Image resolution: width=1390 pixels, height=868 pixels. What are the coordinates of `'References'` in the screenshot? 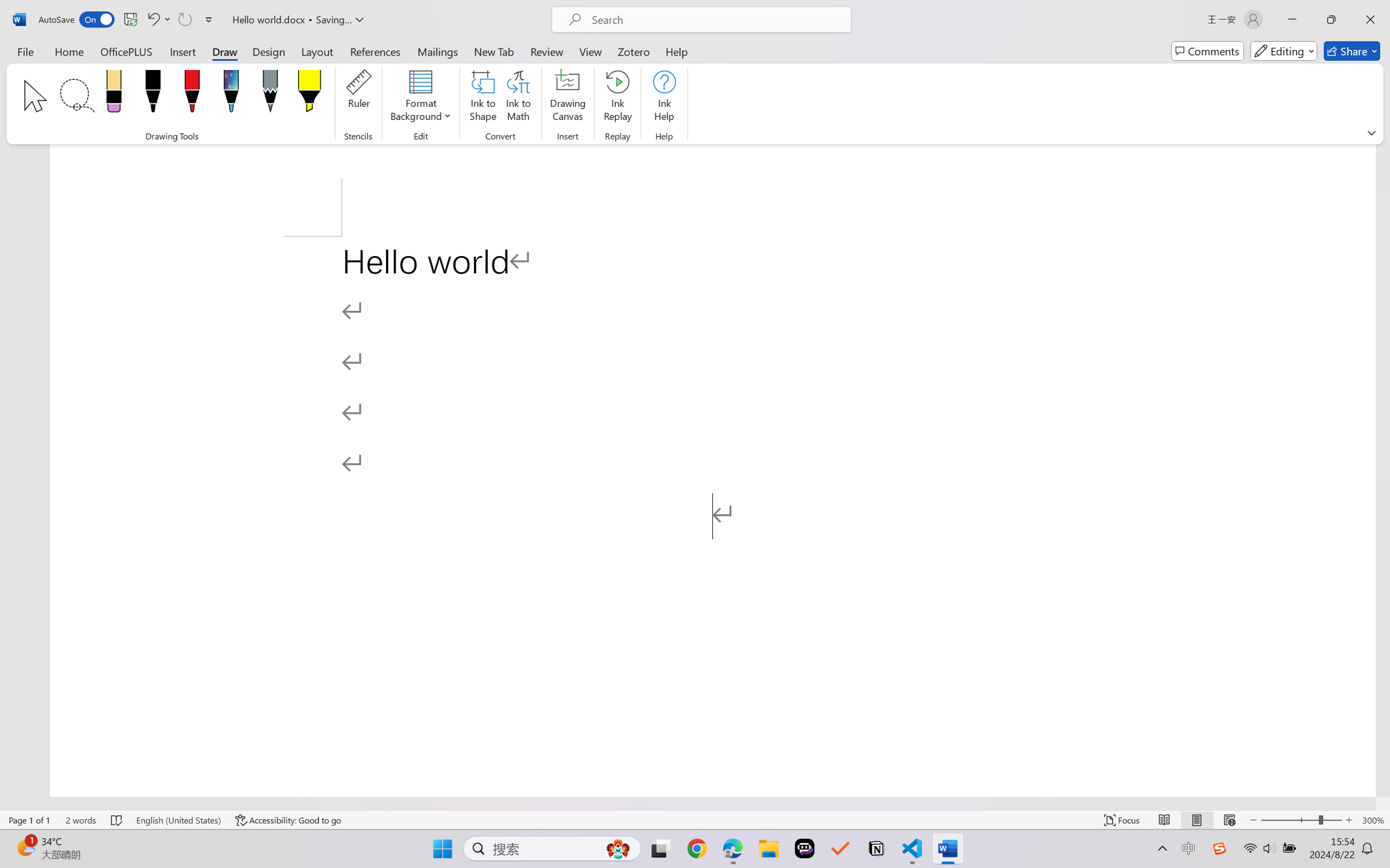 It's located at (375, 51).